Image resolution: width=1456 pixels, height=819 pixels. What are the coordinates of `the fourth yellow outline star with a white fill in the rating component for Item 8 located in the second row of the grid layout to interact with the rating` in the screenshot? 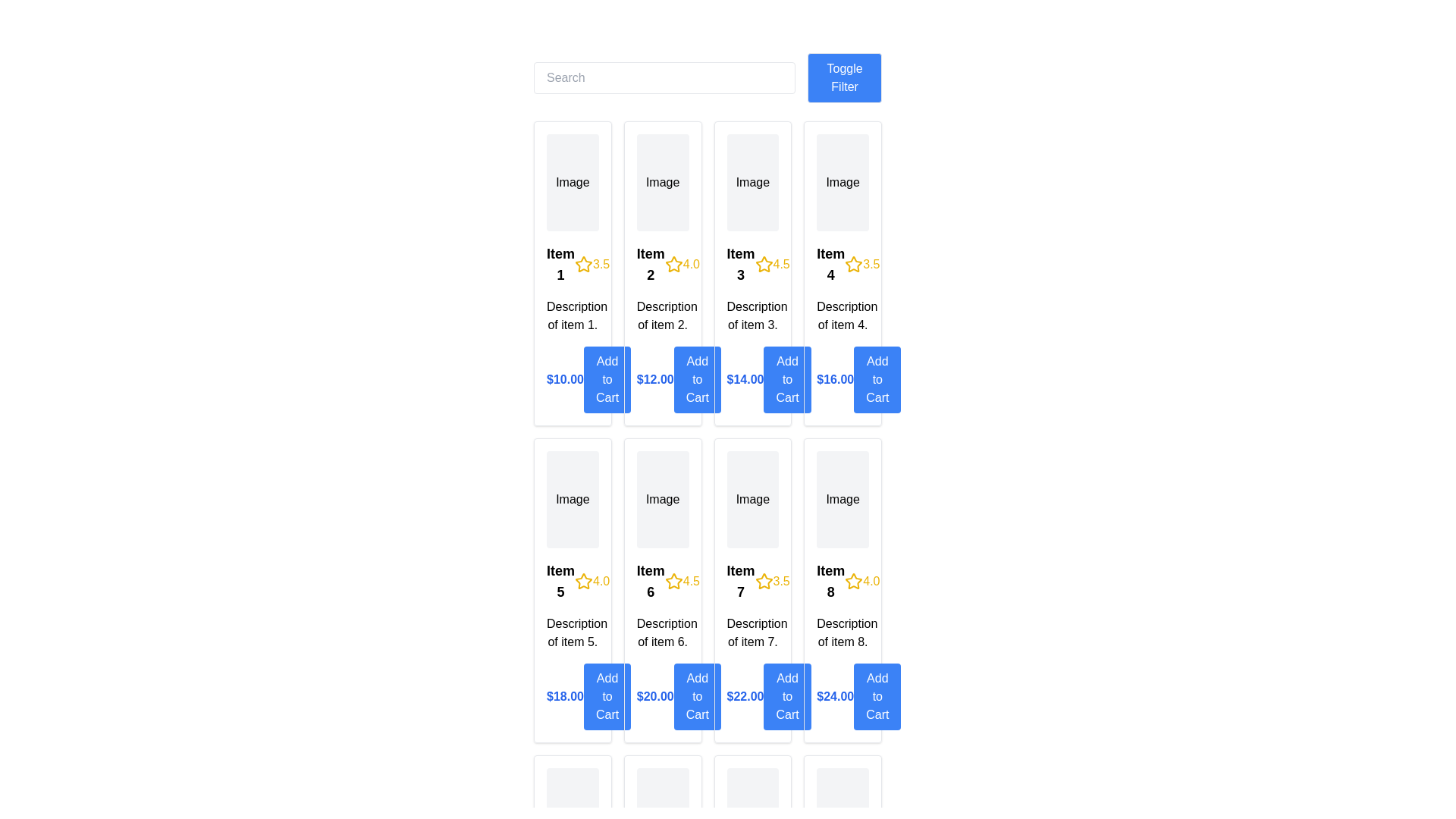 It's located at (854, 580).